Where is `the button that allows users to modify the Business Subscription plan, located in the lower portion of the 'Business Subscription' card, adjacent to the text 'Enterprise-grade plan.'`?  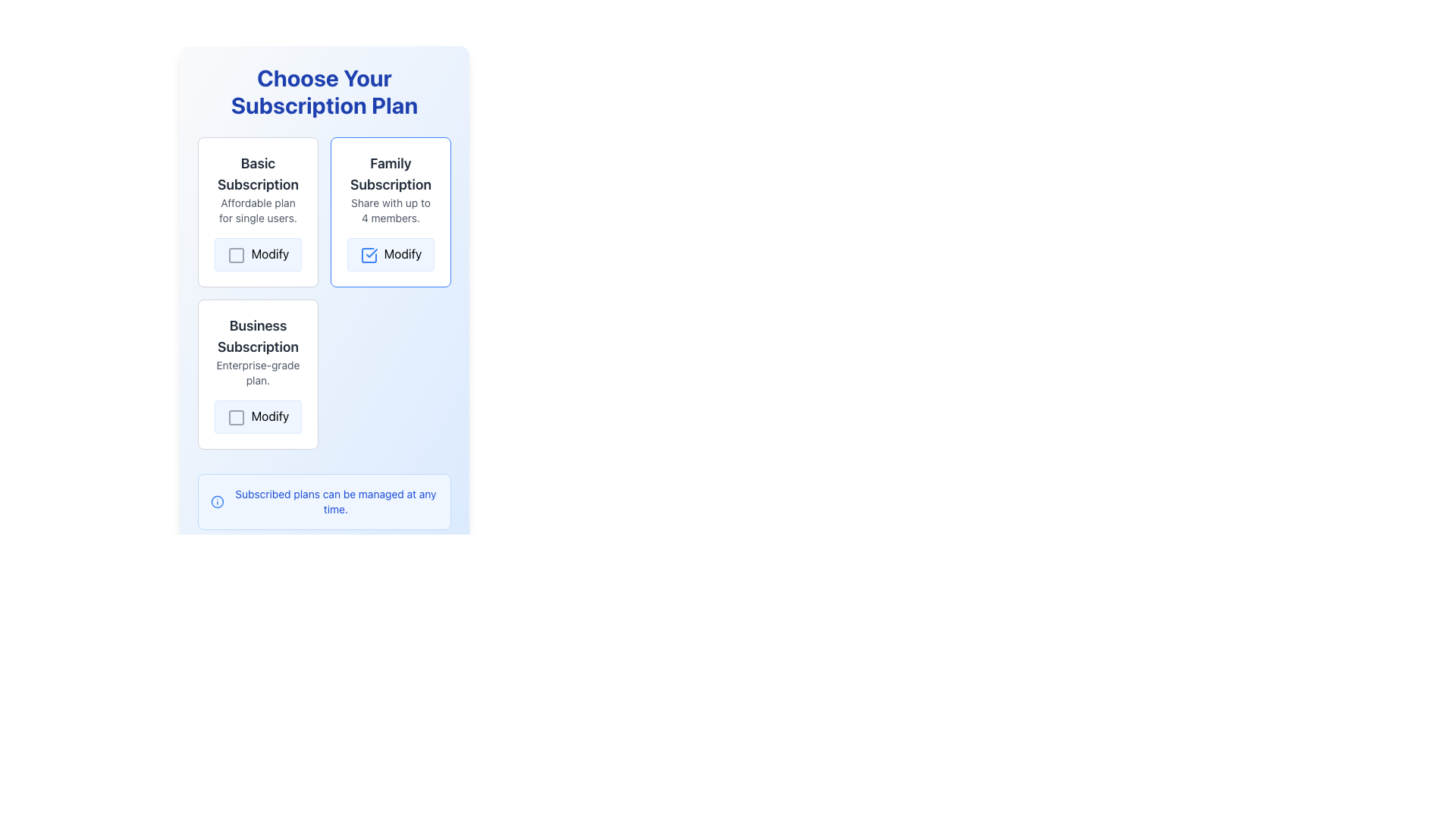
the button that allows users to modify the Business Subscription plan, located in the lower portion of the 'Business Subscription' card, adjacent to the text 'Enterprise-grade plan.' is located at coordinates (258, 416).